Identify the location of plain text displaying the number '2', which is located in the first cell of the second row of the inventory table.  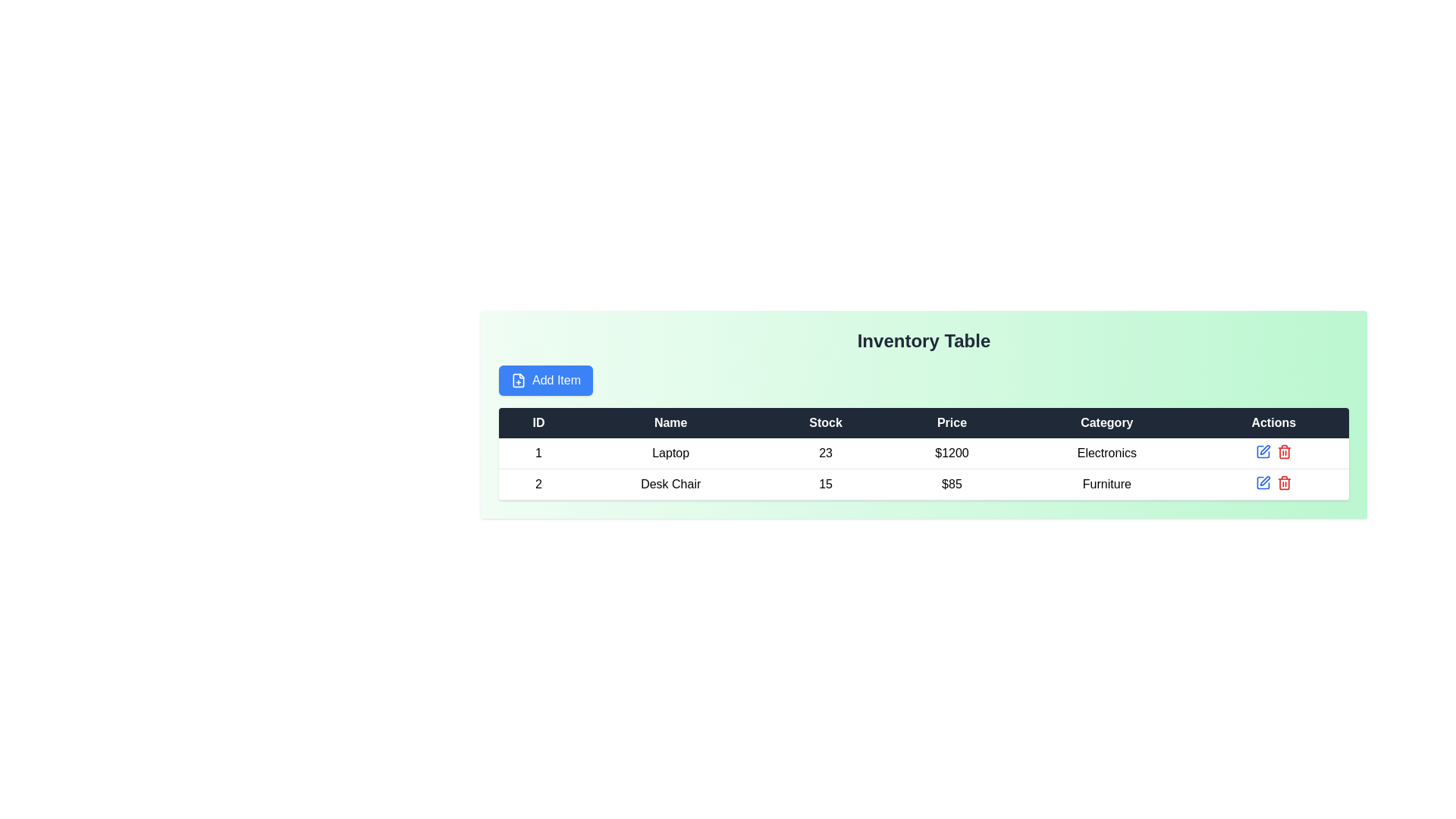
(538, 485).